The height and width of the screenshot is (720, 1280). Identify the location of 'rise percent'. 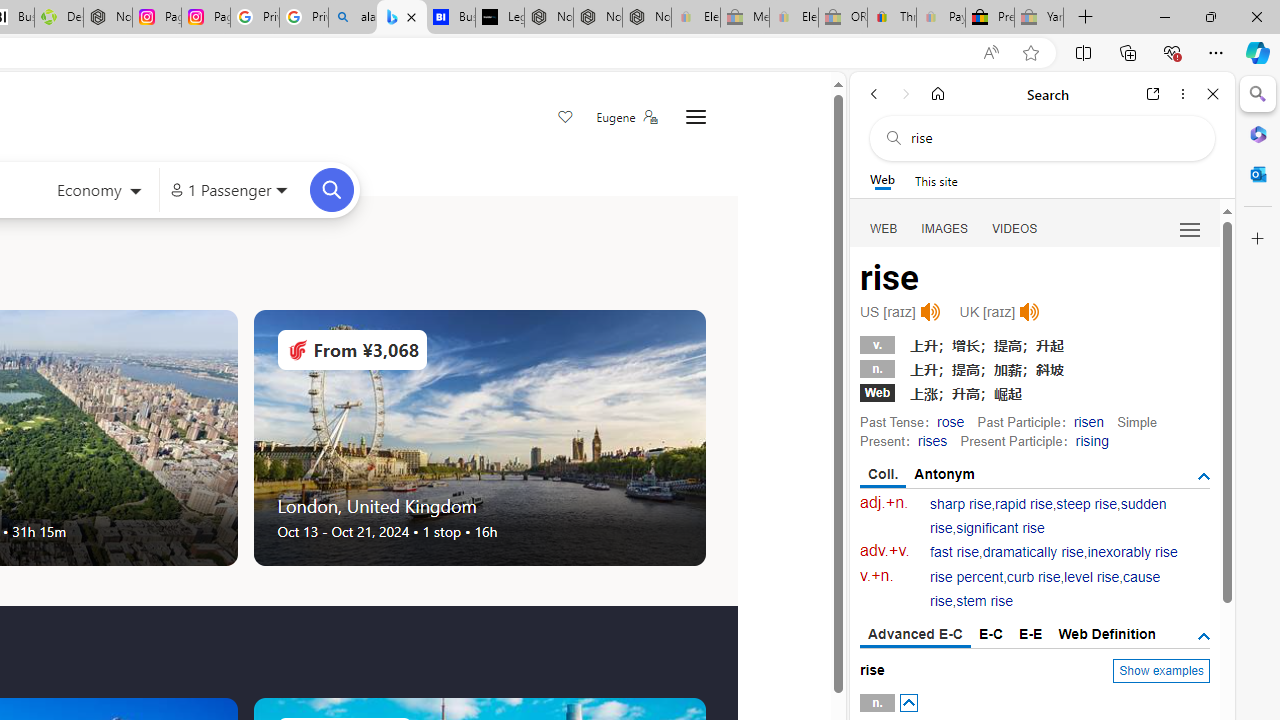
(967, 577).